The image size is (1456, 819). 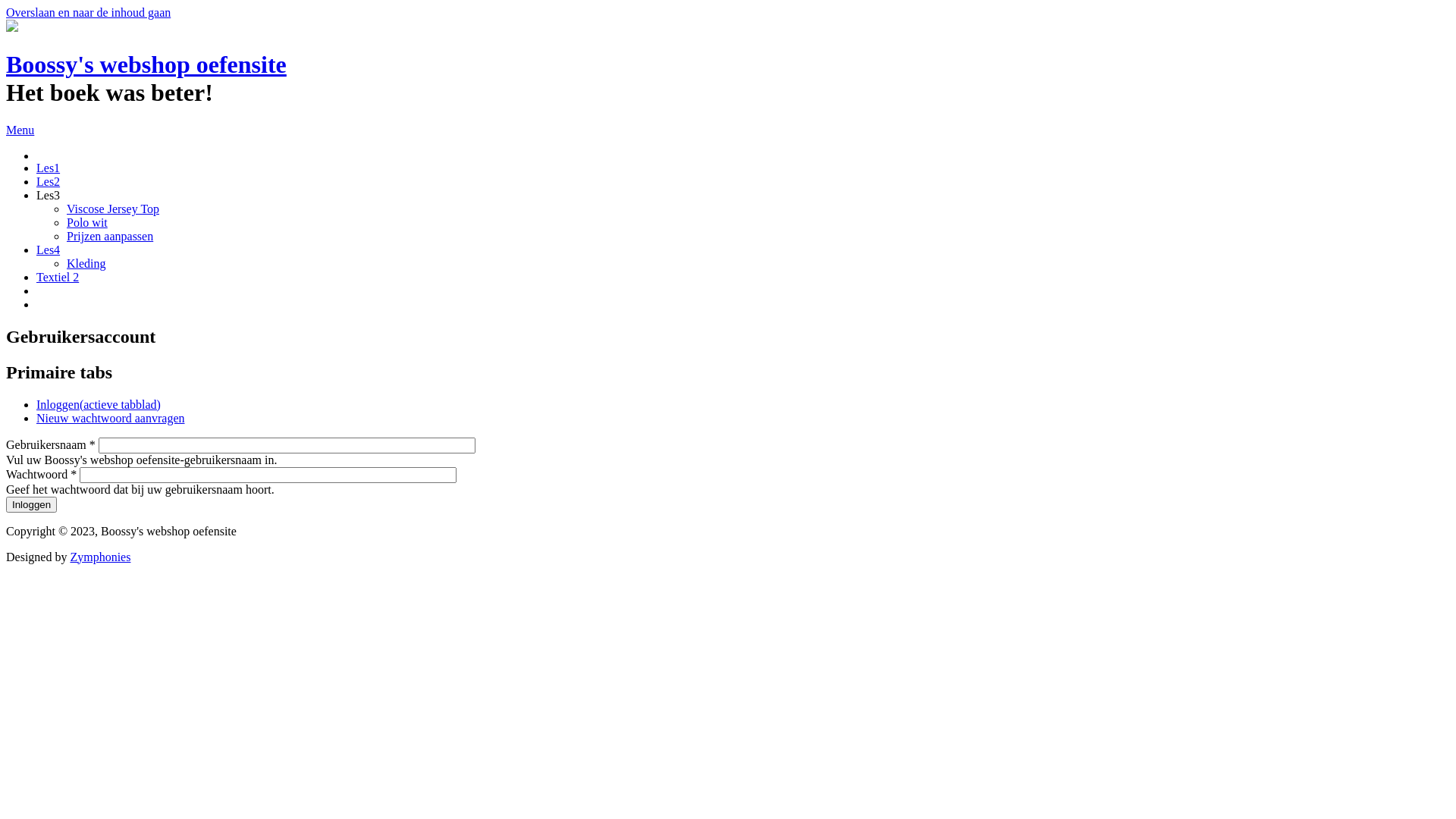 I want to click on 'Inloggen(actieve tabblad)', so click(x=97, y=403).